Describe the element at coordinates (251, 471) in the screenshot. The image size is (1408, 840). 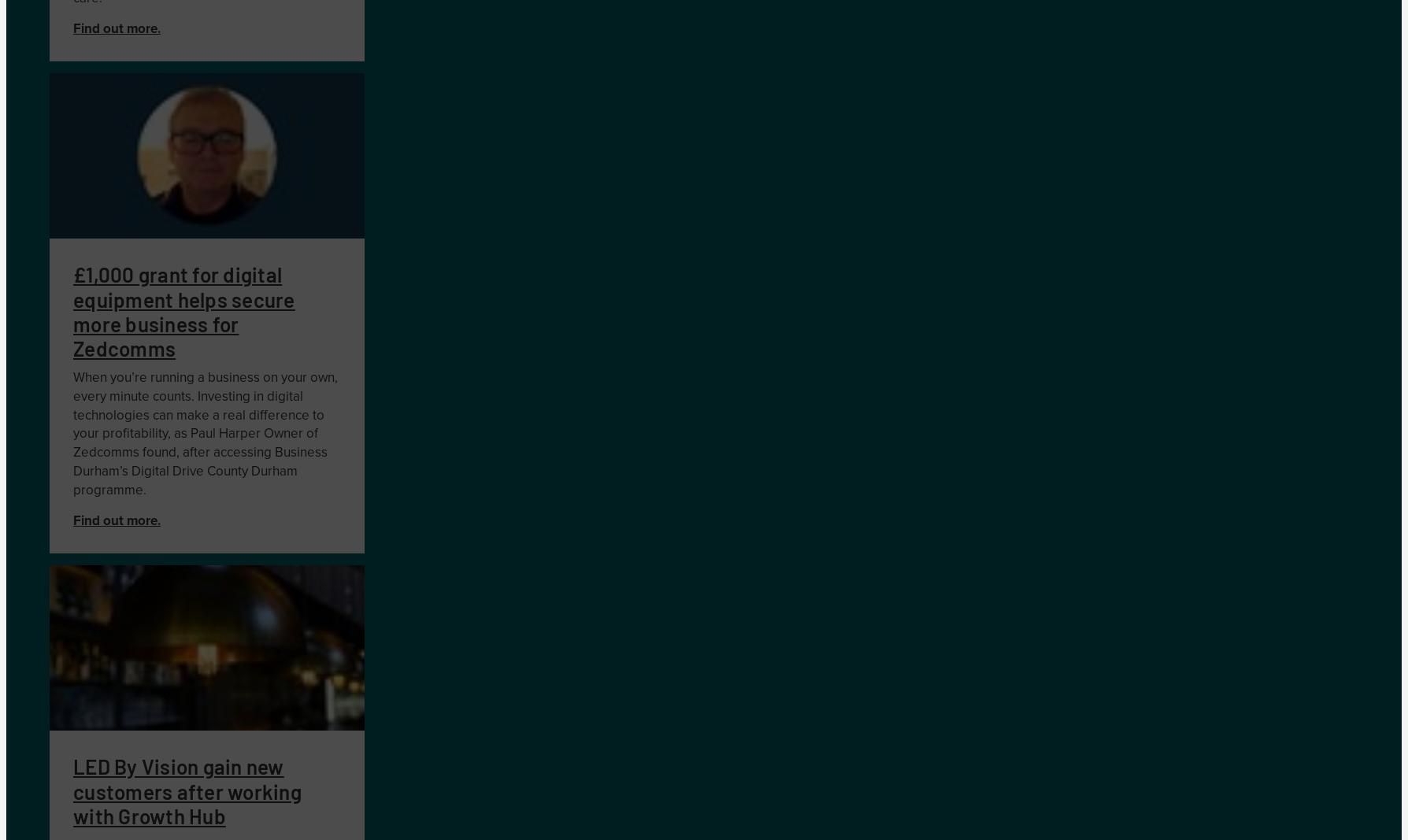
I see `'County Durham'` at that location.